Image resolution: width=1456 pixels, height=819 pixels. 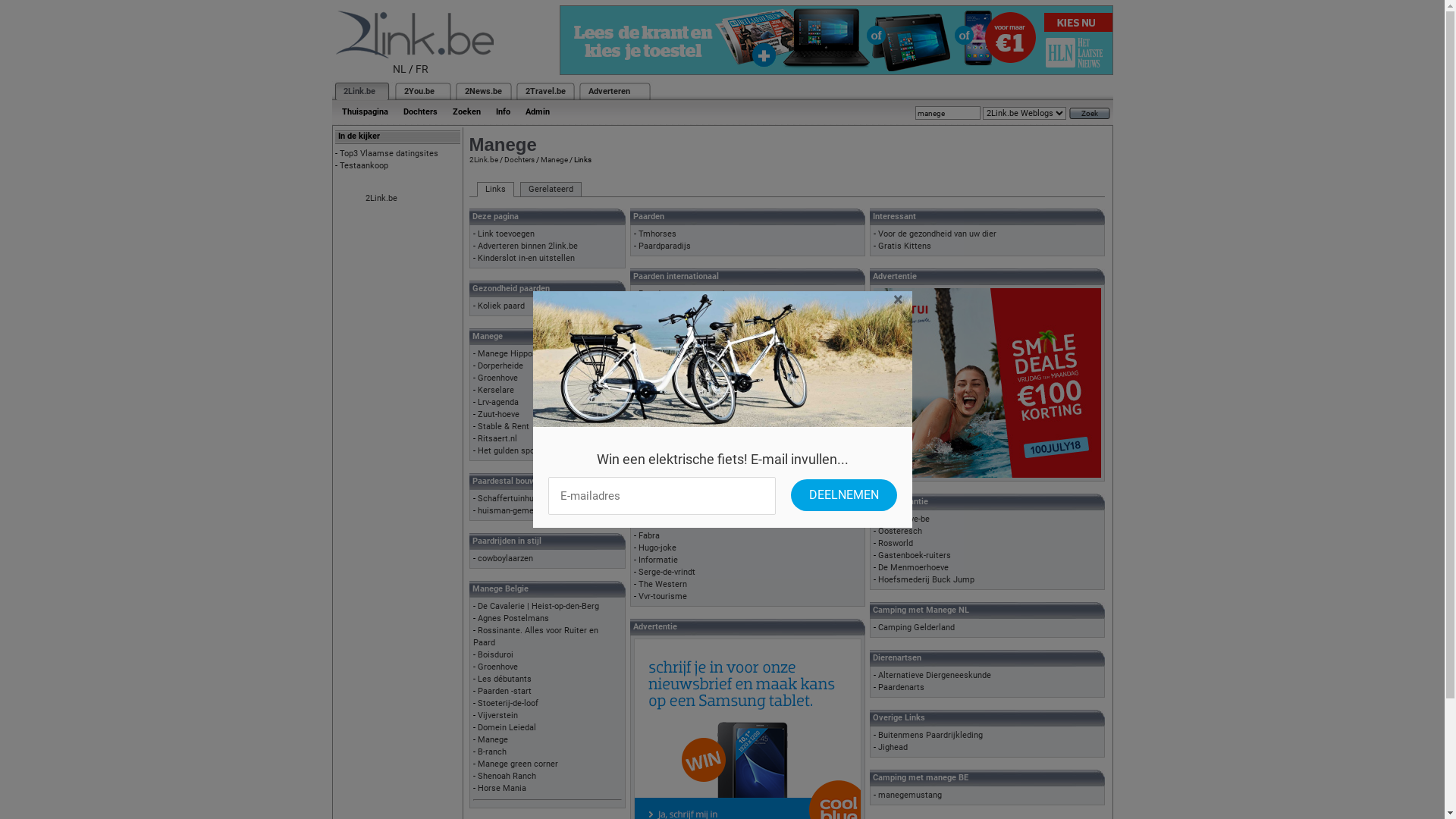 What do you see at coordinates (609, 91) in the screenshot?
I see `'Adverteren'` at bounding box center [609, 91].